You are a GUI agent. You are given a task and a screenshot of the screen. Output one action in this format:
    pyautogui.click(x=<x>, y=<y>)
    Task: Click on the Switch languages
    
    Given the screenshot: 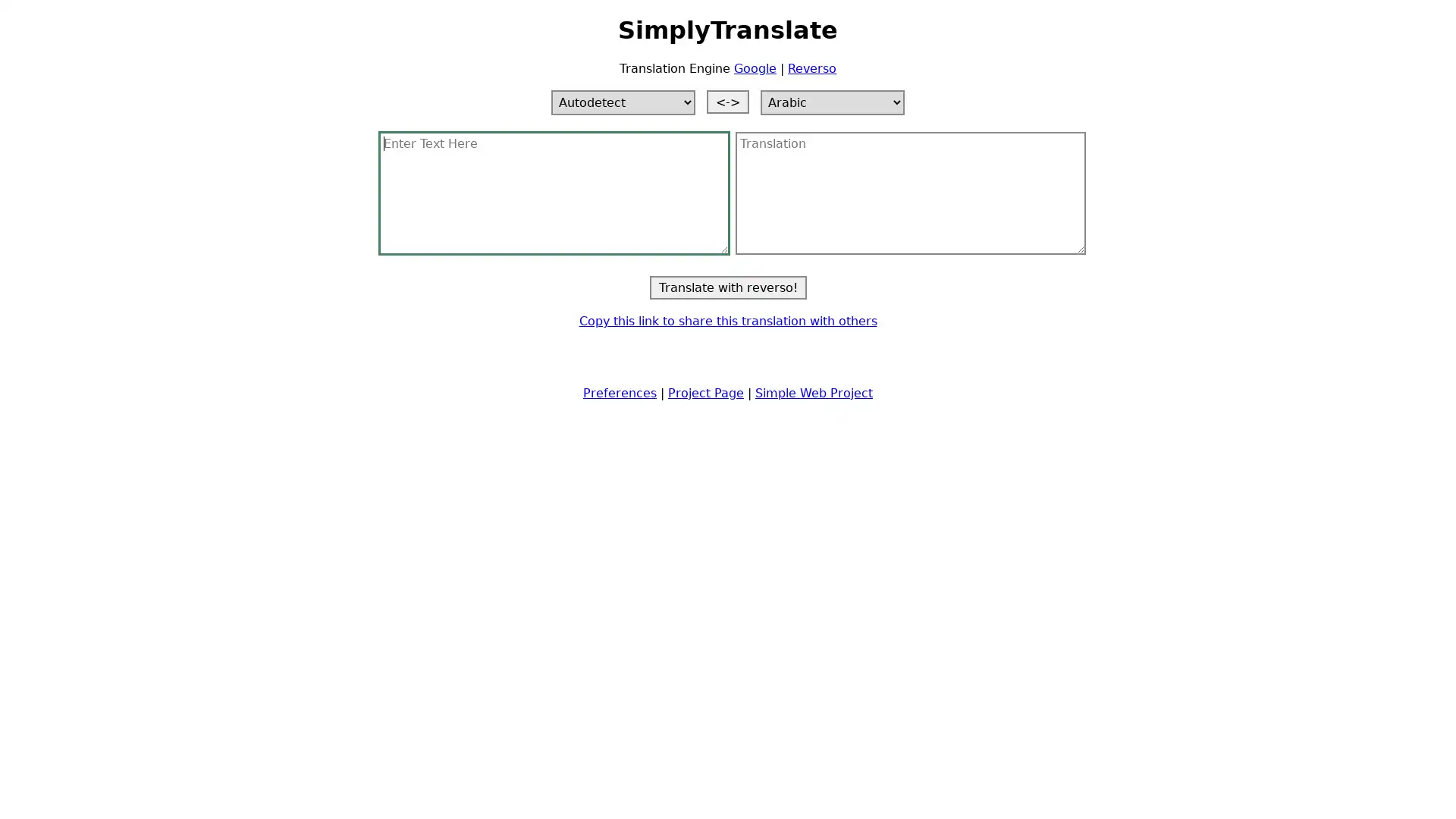 What is the action you would take?
    pyautogui.click(x=728, y=101)
    